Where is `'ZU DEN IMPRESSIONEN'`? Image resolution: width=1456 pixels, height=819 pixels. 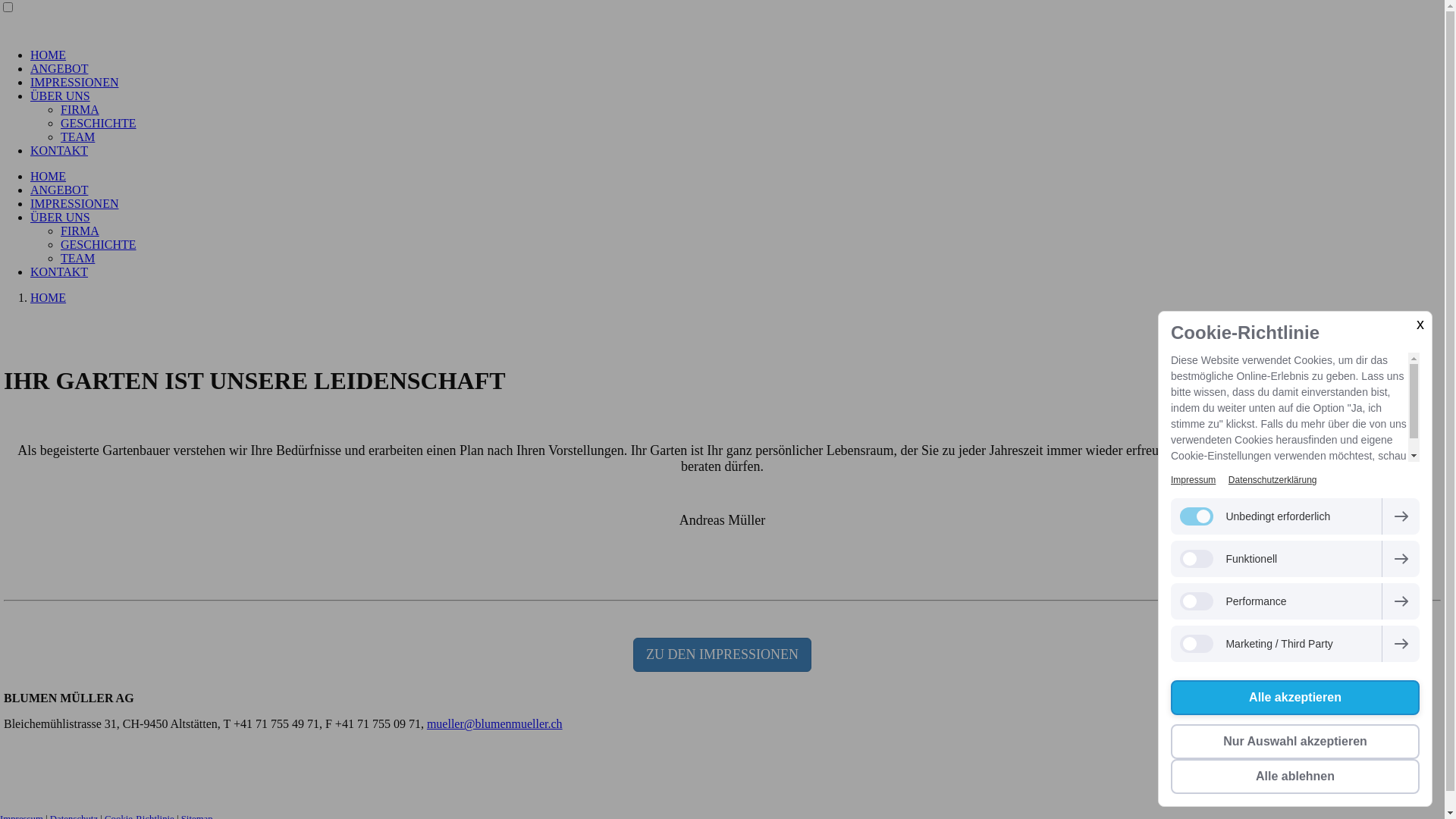 'ZU DEN IMPRESSIONEN' is located at coordinates (721, 654).